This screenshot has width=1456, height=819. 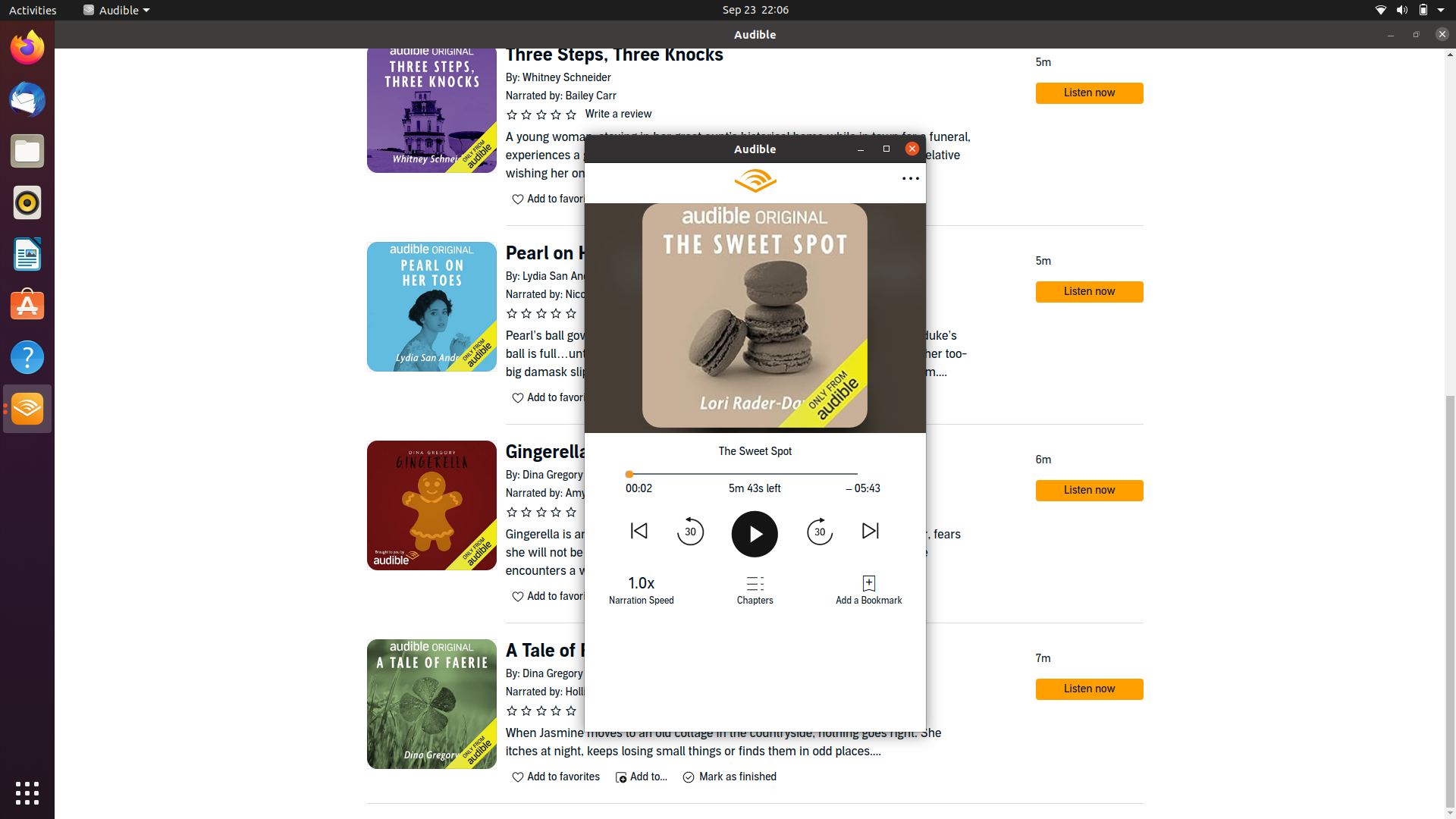 I want to click on Change narration speed to previous available speed, so click(x=642, y=587).